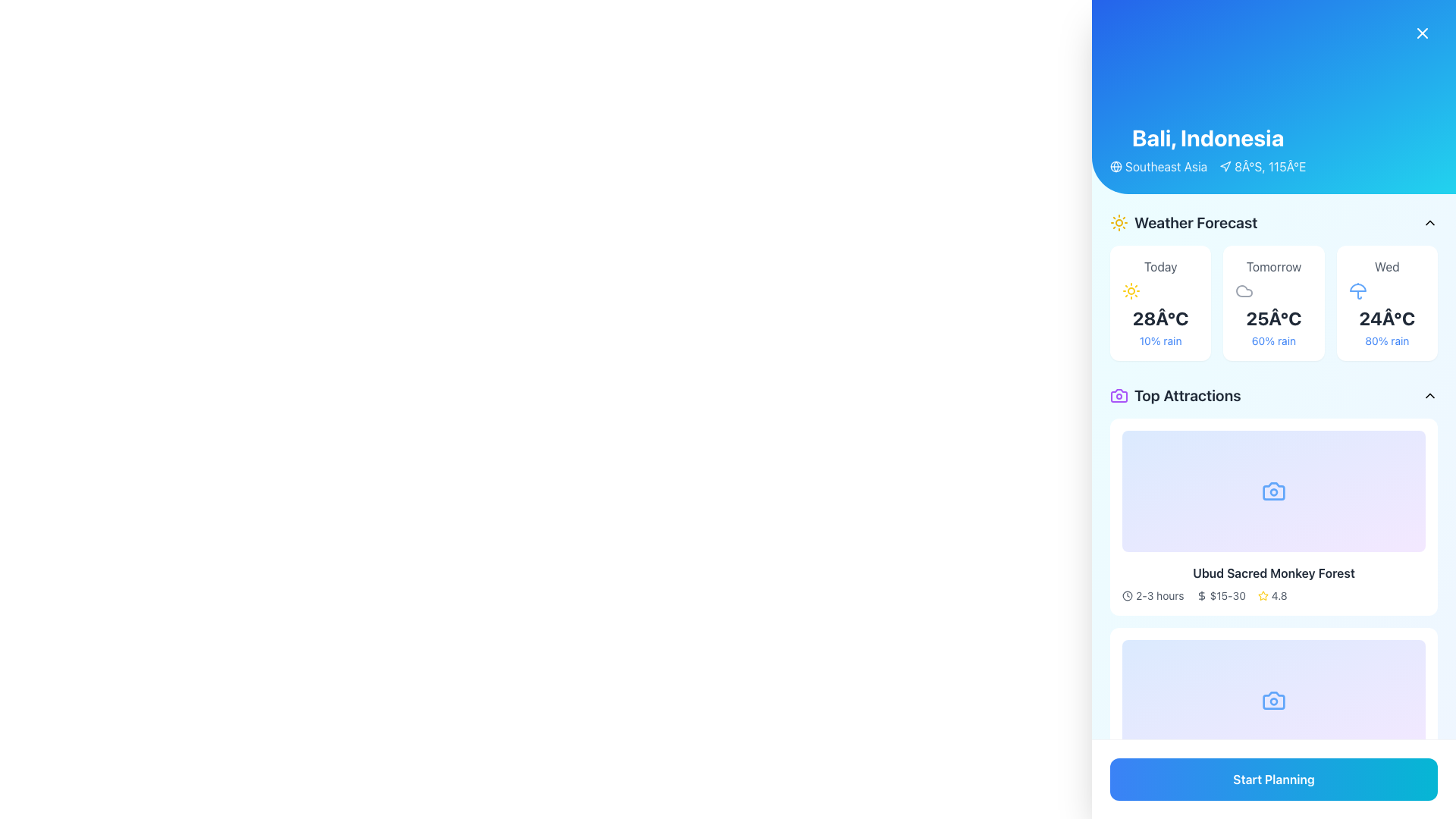  What do you see at coordinates (1159, 804) in the screenshot?
I see `the text label indicating the estimated duration for the attraction visit, which is located below the title 'Ubud Sacred Monkey Forest.'` at bounding box center [1159, 804].